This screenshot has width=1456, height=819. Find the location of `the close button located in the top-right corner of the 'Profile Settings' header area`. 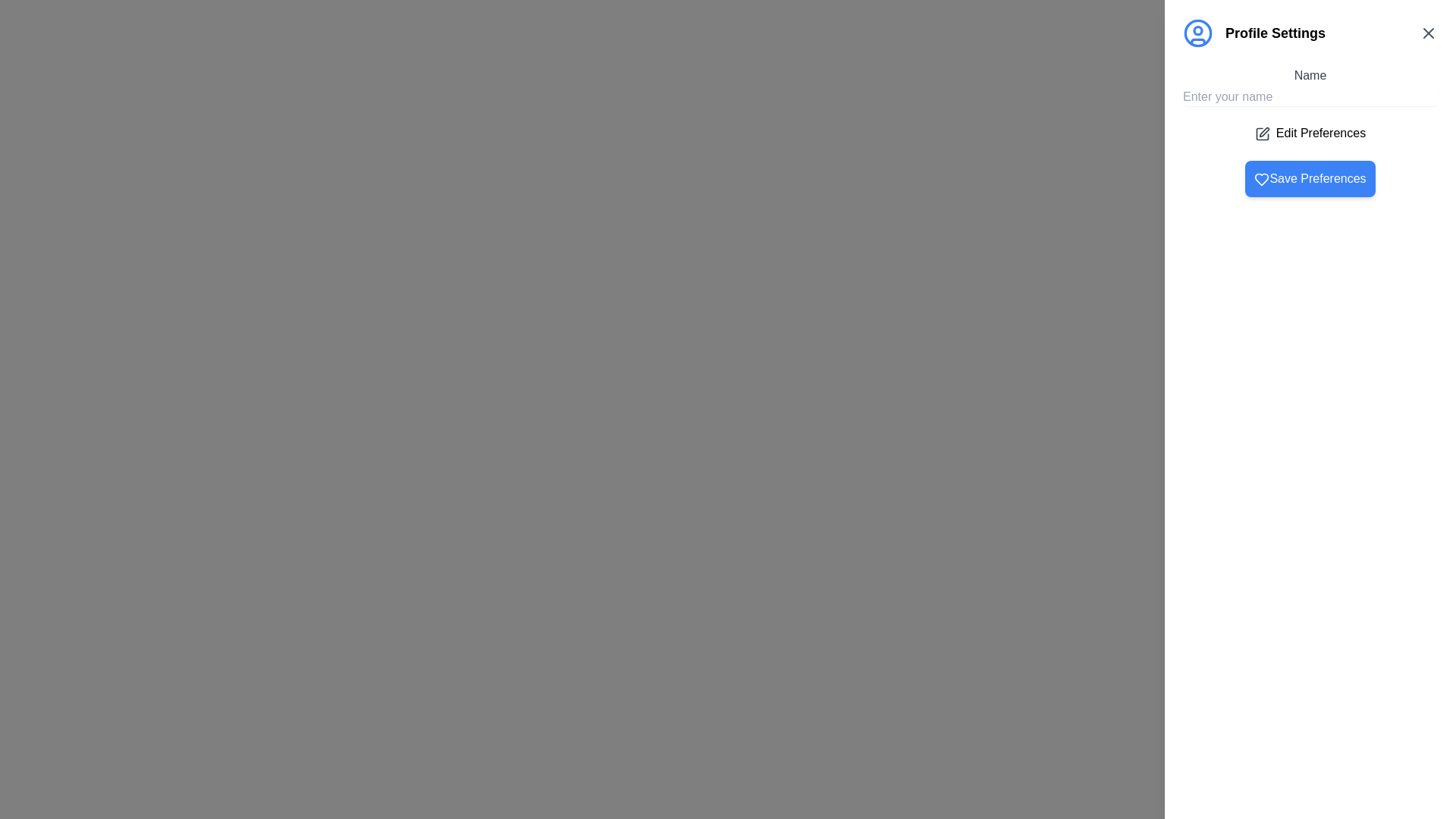

the close button located in the top-right corner of the 'Profile Settings' header area is located at coordinates (1427, 33).